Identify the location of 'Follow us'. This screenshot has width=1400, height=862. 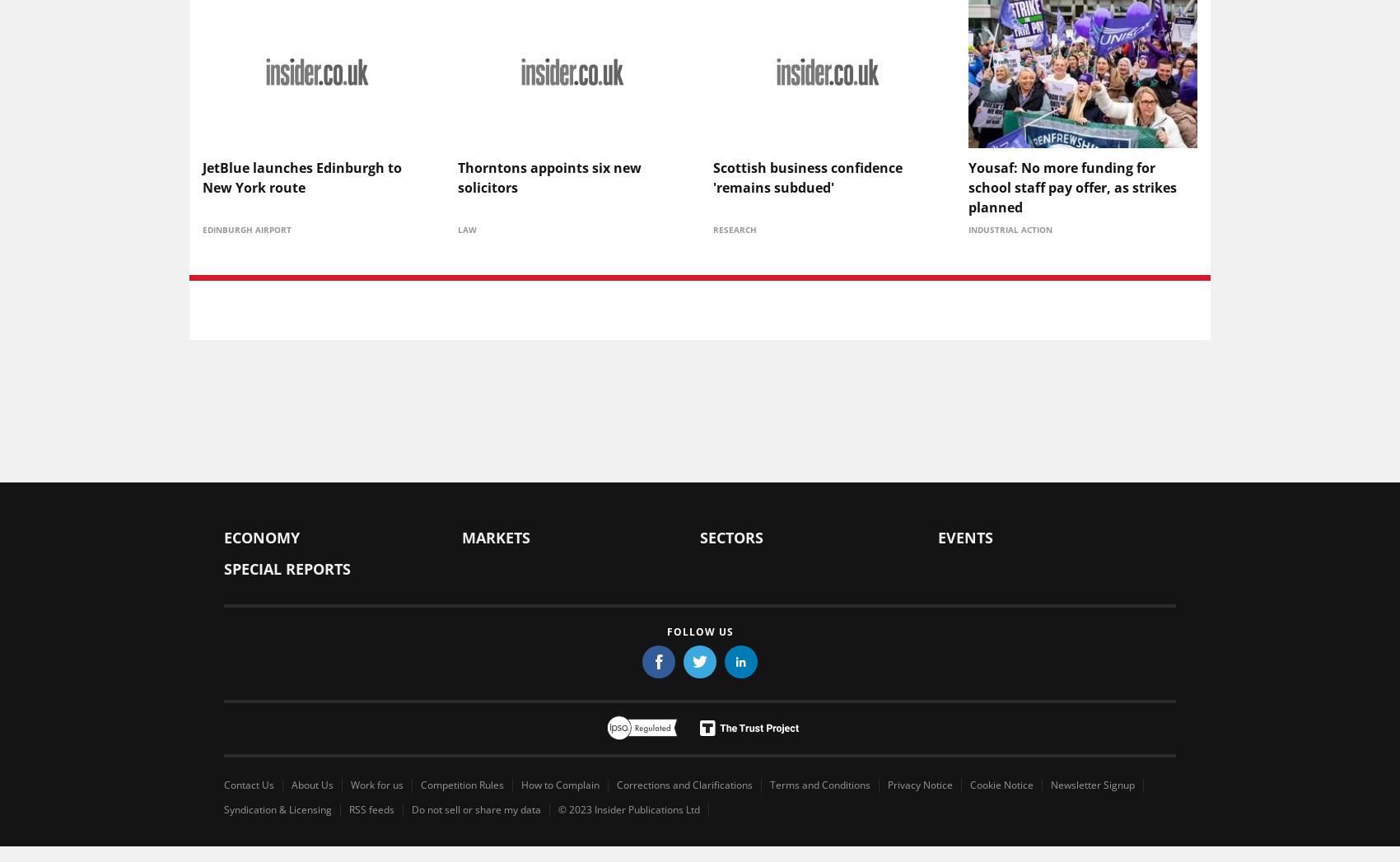
(698, 630).